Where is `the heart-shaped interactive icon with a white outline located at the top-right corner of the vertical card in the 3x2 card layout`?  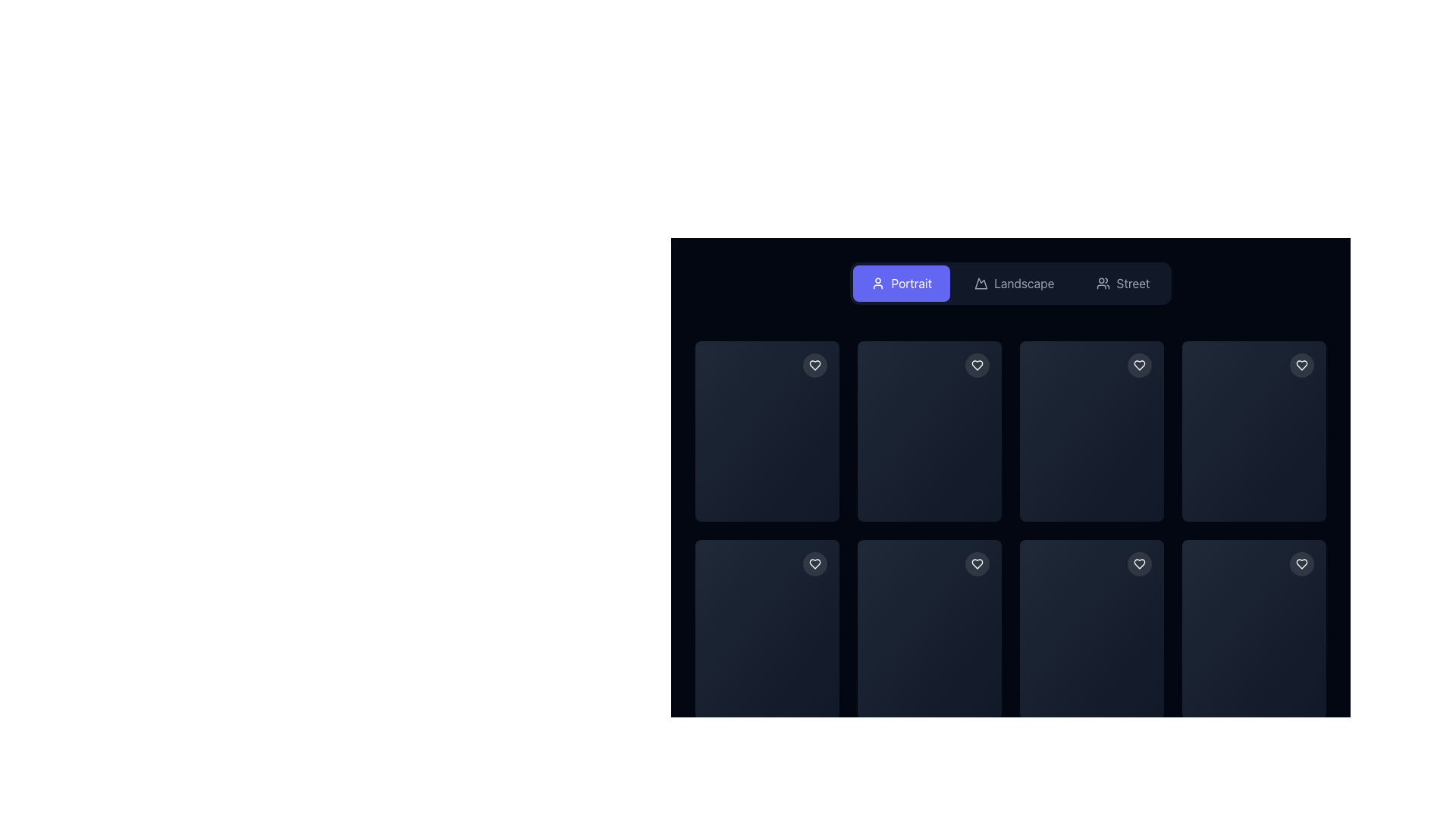 the heart-shaped interactive icon with a white outline located at the top-right corner of the vertical card in the 3x2 card layout is located at coordinates (1139, 563).